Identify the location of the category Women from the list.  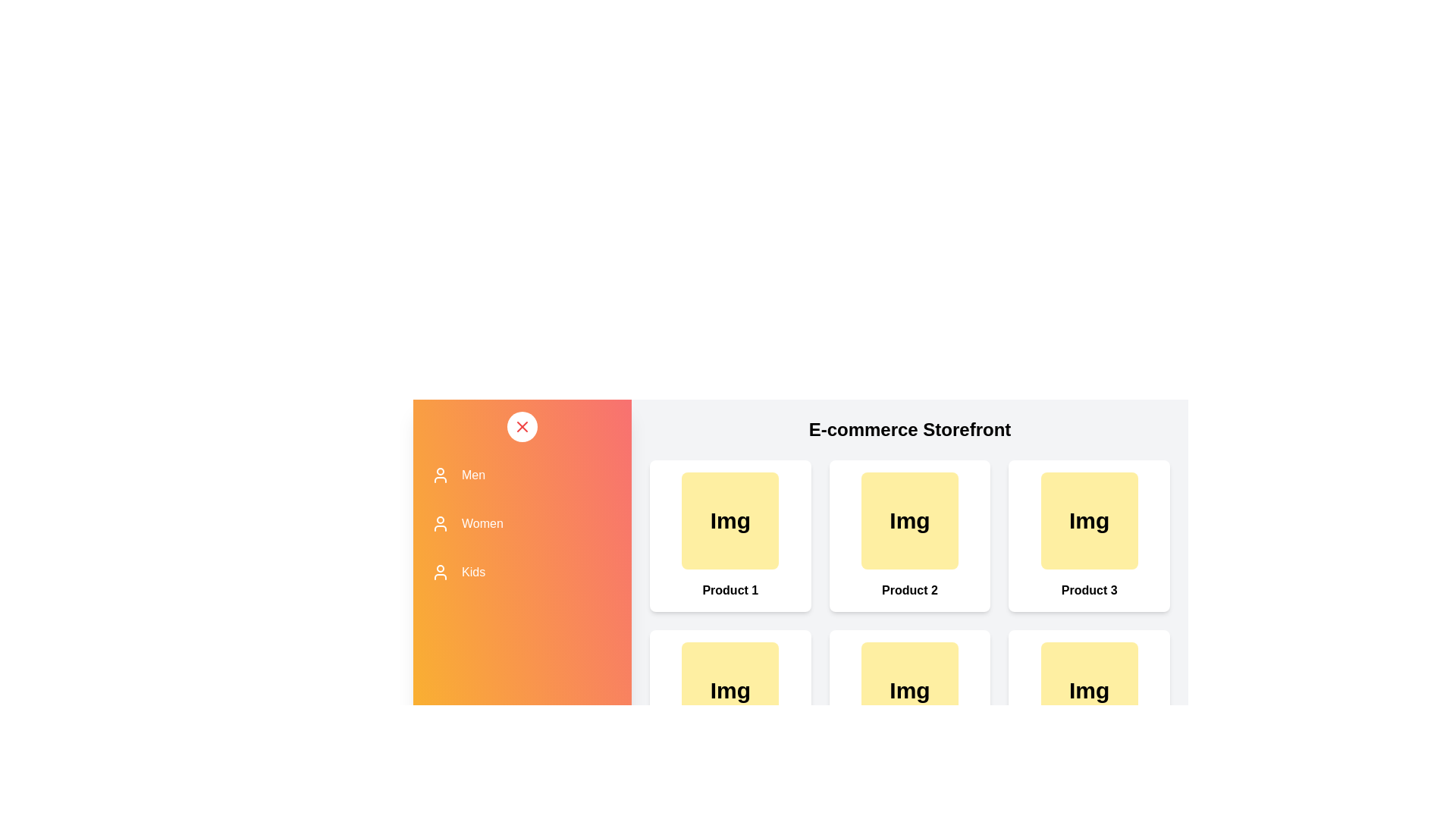
(522, 522).